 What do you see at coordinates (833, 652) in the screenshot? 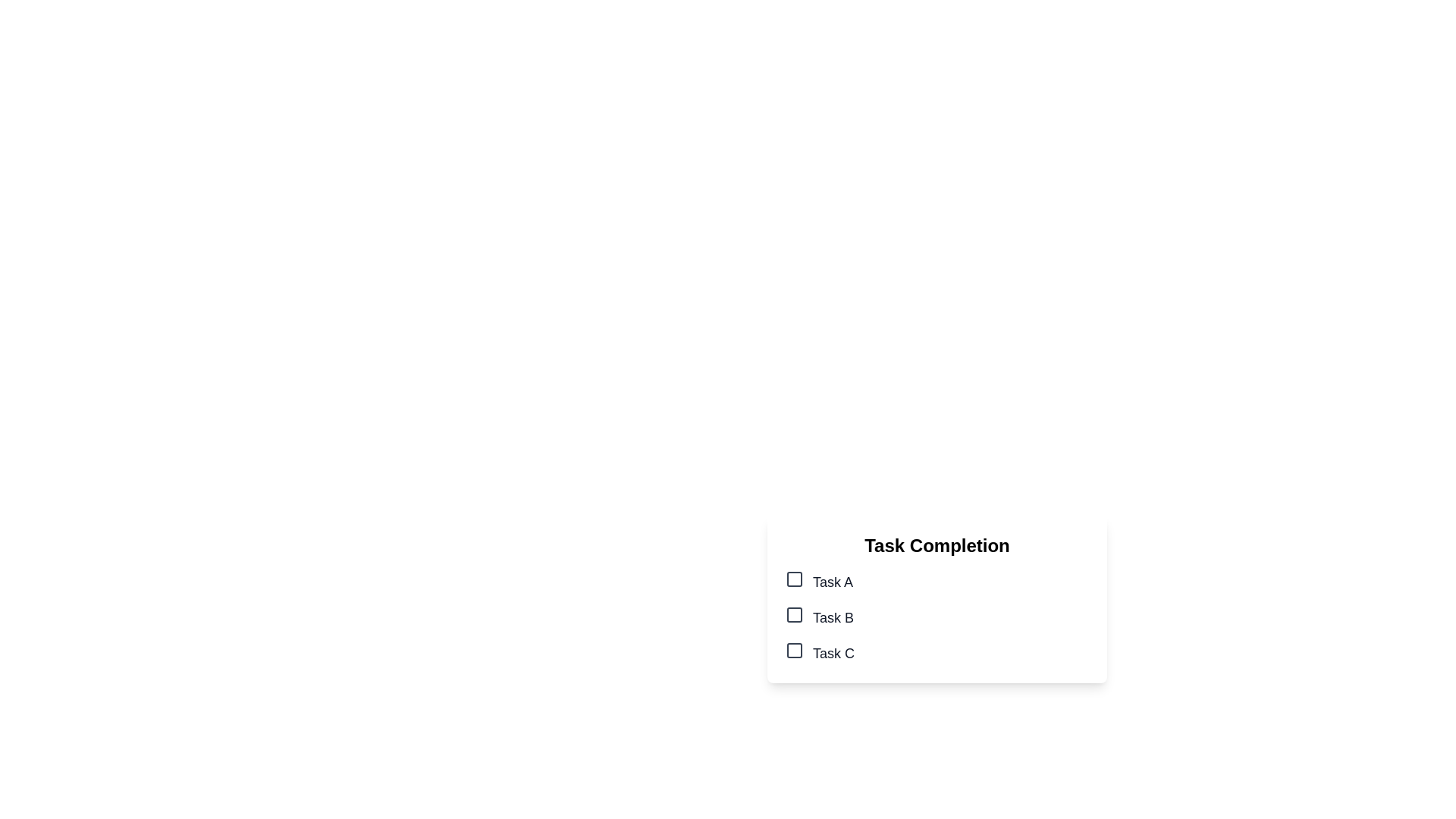
I see `the label displaying 'Task C', which is the third item in a vertical list of tasks located beneath the header 'Task Completion' in the lower right area of the interface` at bounding box center [833, 652].